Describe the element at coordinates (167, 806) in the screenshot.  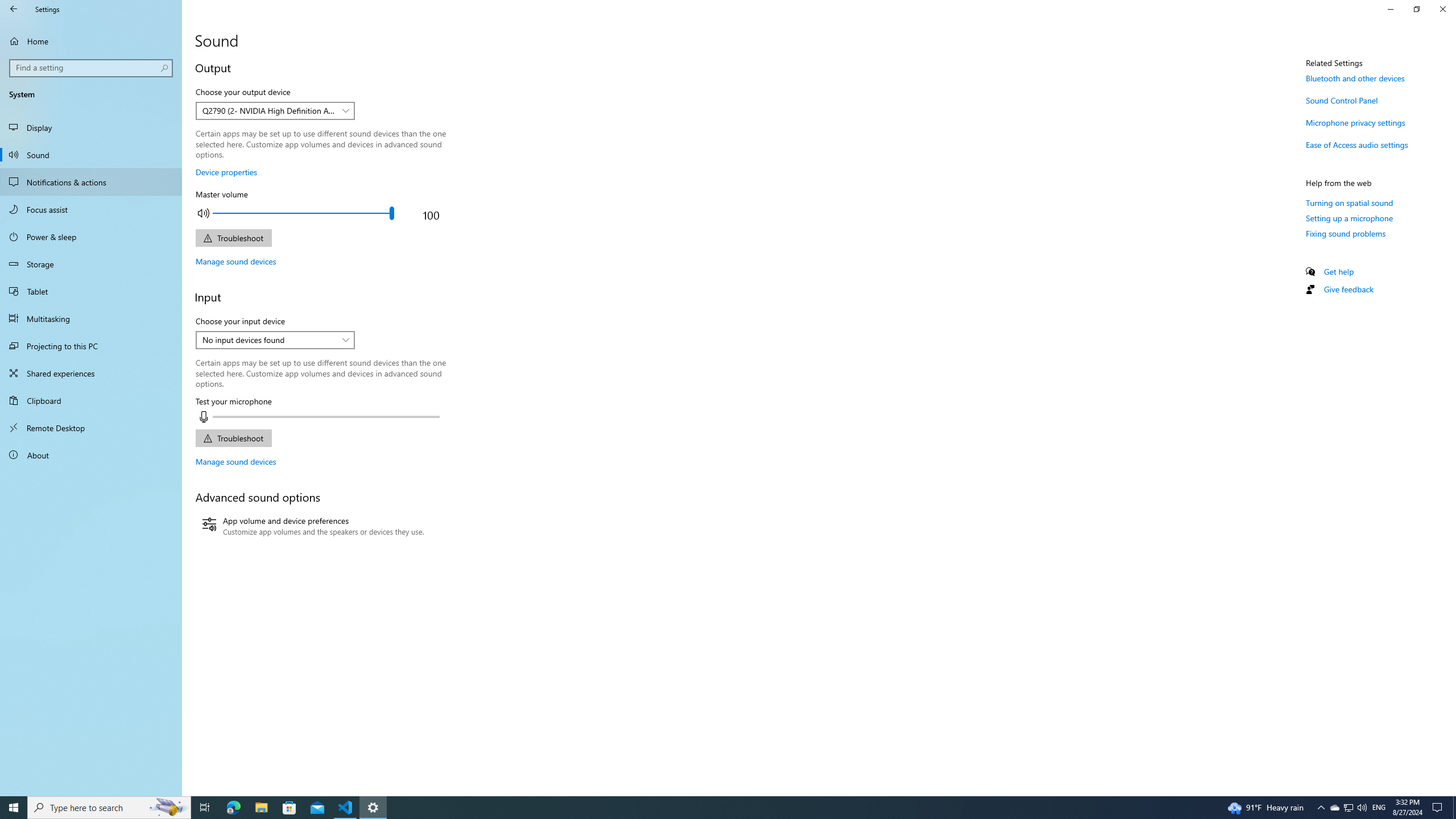
I see `'Search highlights icon opens search home window'` at that location.